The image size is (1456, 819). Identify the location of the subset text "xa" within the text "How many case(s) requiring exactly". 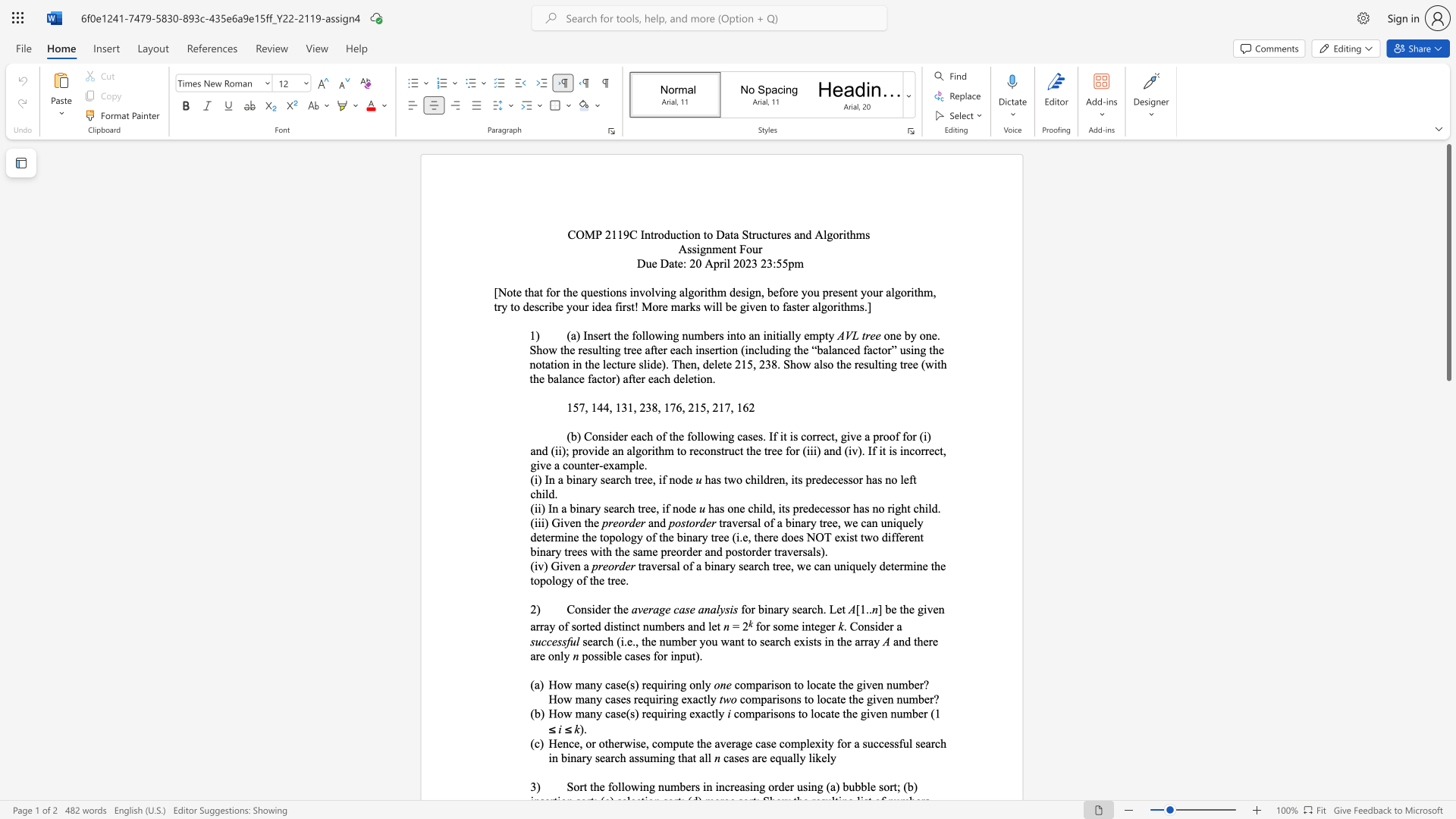
(694, 714).